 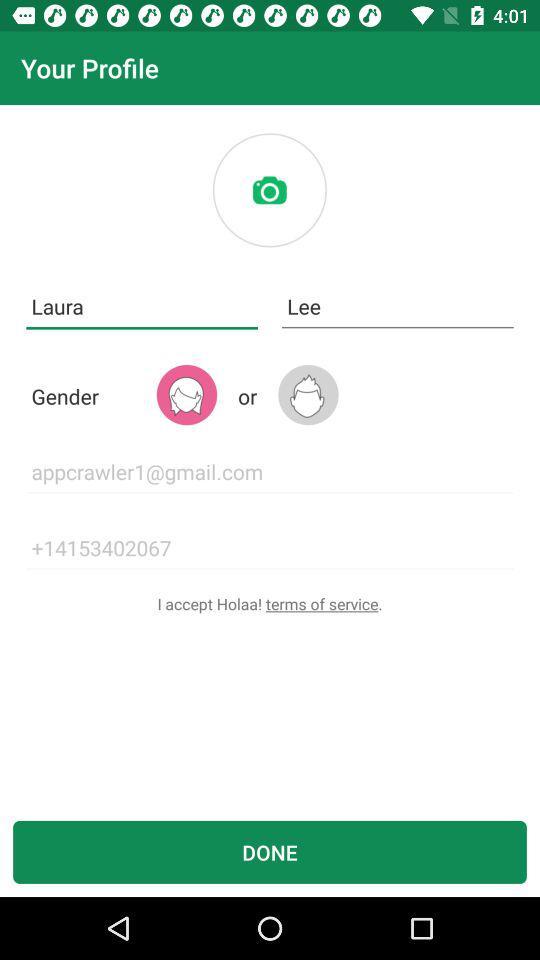 What do you see at coordinates (270, 472) in the screenshot?
I see `icon below the or item` at bounding box center [270, 472].